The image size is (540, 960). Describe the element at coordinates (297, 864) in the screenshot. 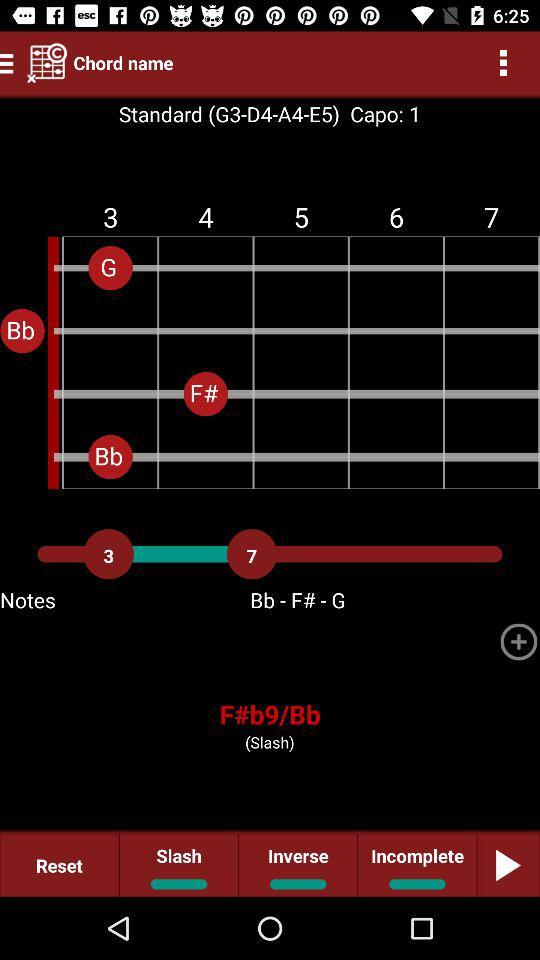

I see `the item next to slash icon` at that location.